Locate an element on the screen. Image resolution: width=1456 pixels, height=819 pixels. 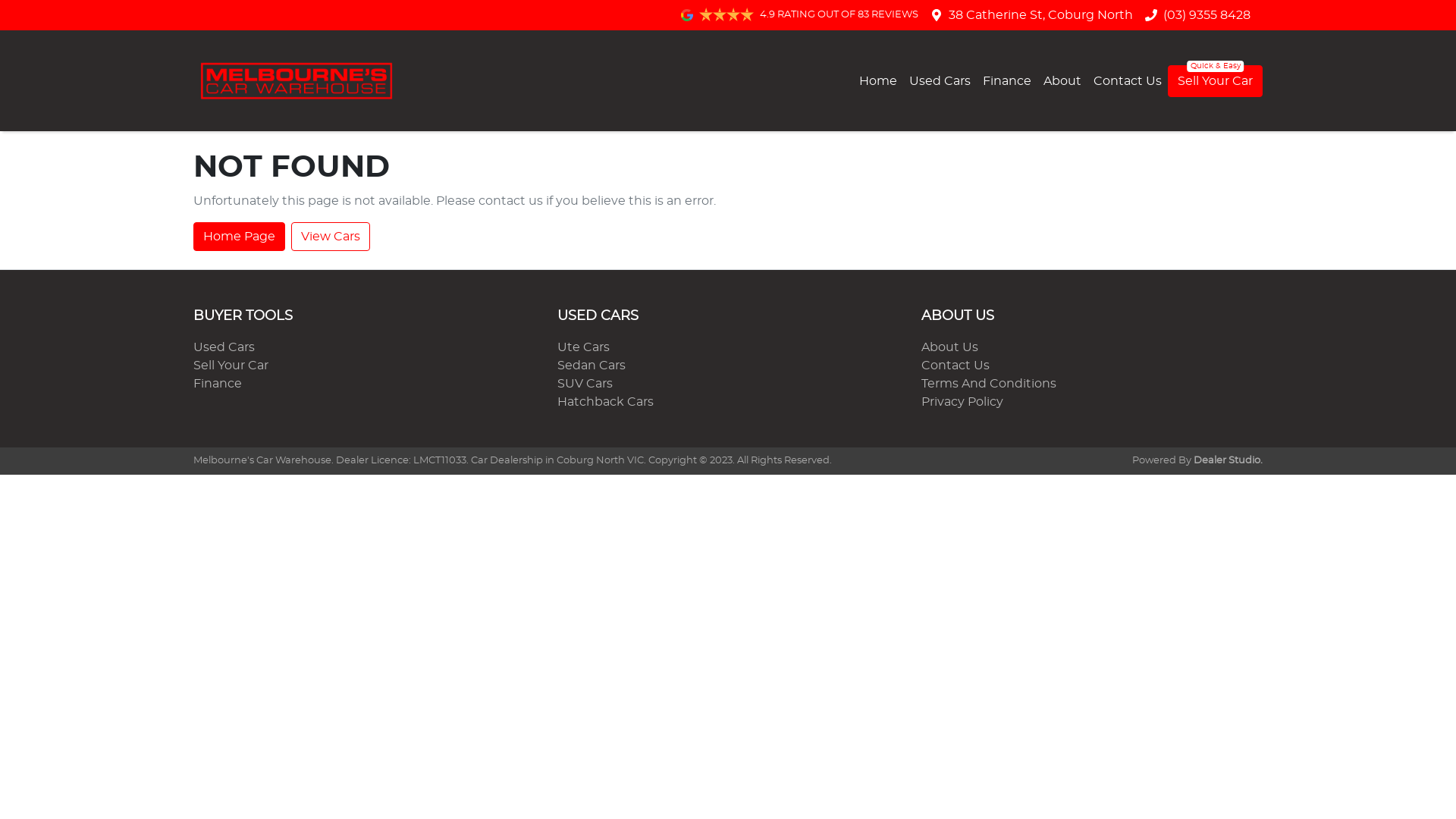
'About' is located at coordinates (1062, 80).